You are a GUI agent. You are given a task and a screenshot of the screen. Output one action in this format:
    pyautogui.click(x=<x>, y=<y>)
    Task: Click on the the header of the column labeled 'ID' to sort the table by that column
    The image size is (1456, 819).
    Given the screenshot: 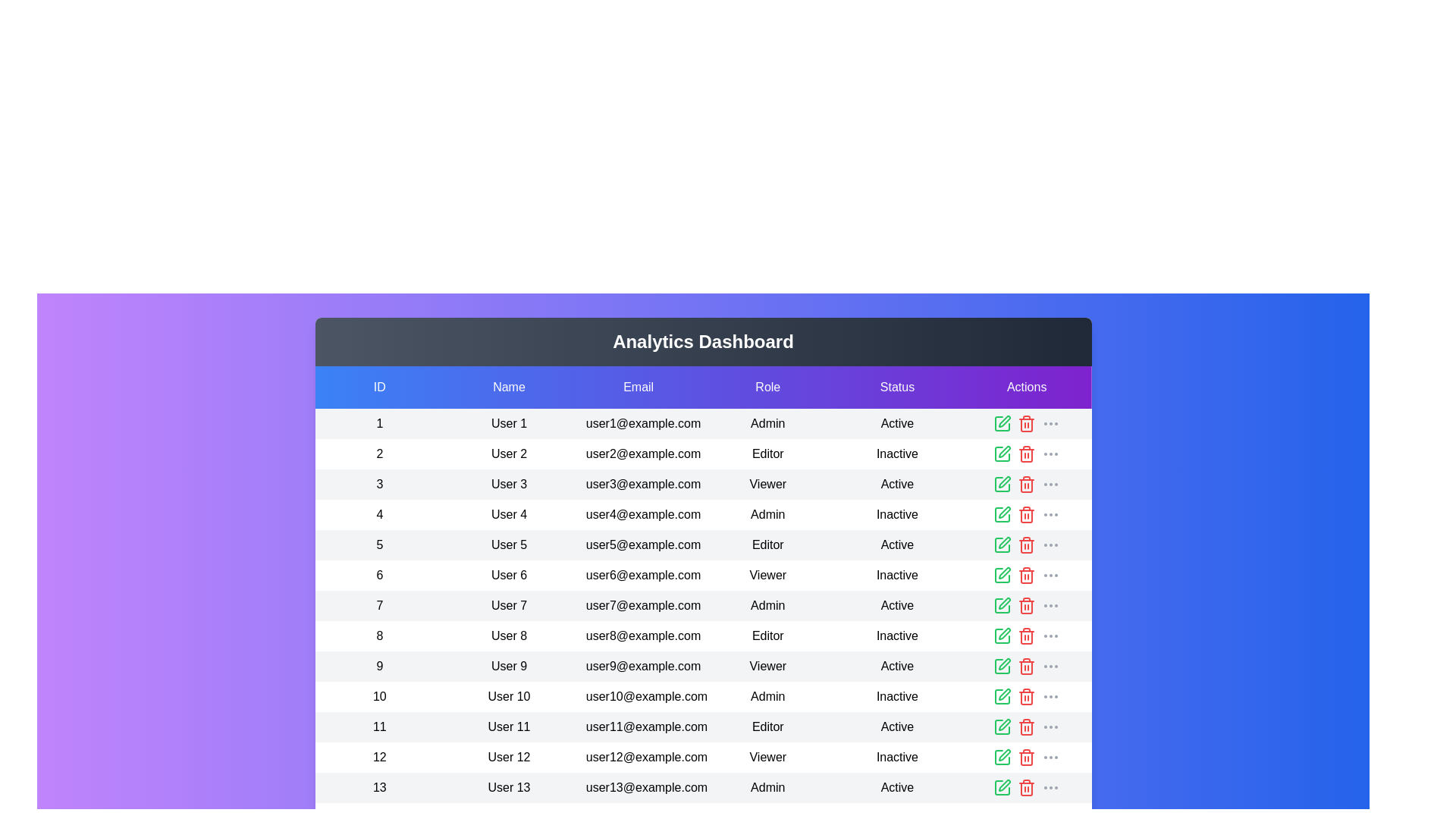 What is the action you would take?
    pyautogui.click(x=379, y=386)
    